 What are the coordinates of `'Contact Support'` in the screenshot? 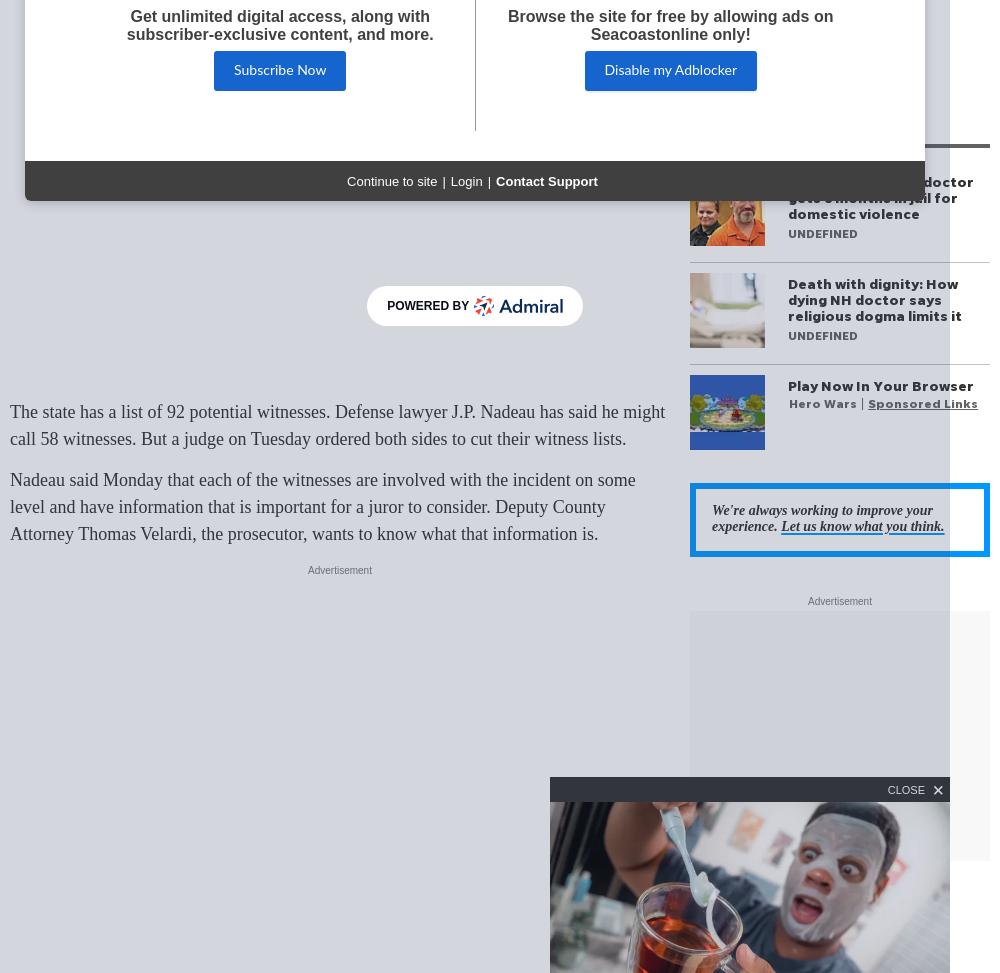 It's located at (546, 180).